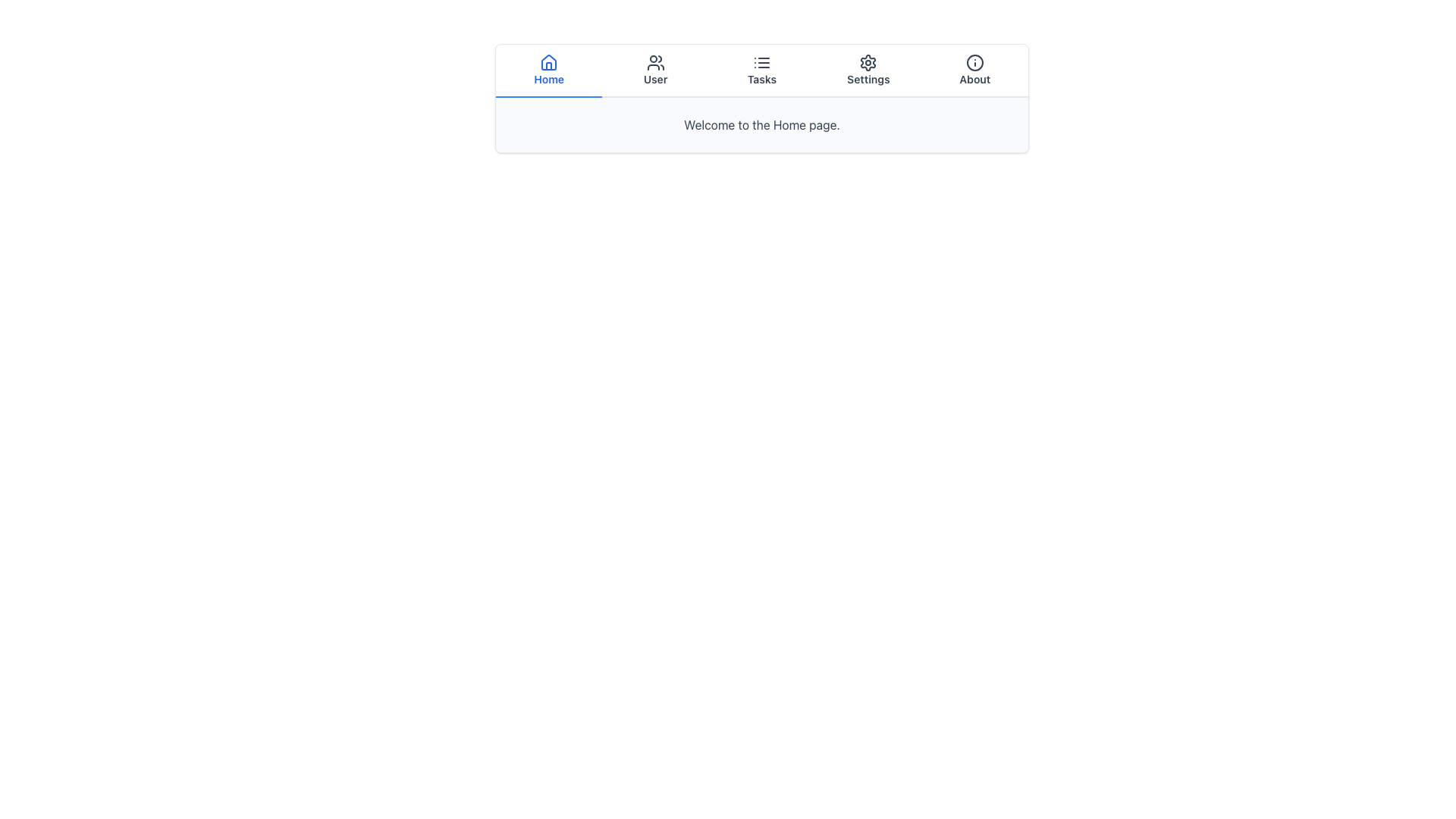 Image resolution: width=1456 pixels, height=819 pixels. What do you see at coordinates (655, 71) in the screenshot?
I see `the 'User' tab in the navigation bar, which is the second tab with an icon of grouped people and a bold label below it` at bounding box center [655, 71].